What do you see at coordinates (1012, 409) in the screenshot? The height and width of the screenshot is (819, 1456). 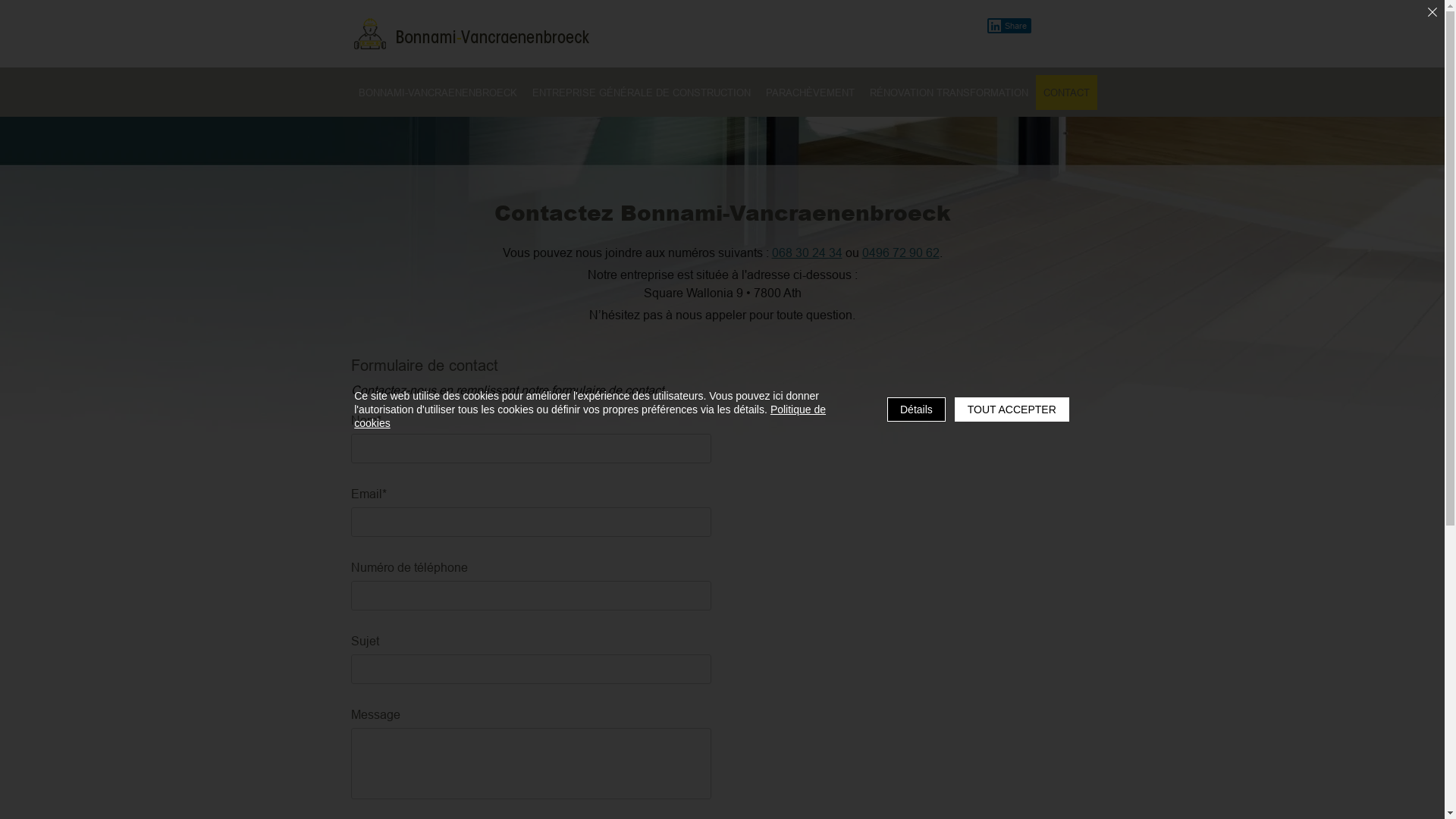 I see `'TOUT ACCEPTER'` at bounding box center [1012, 409].